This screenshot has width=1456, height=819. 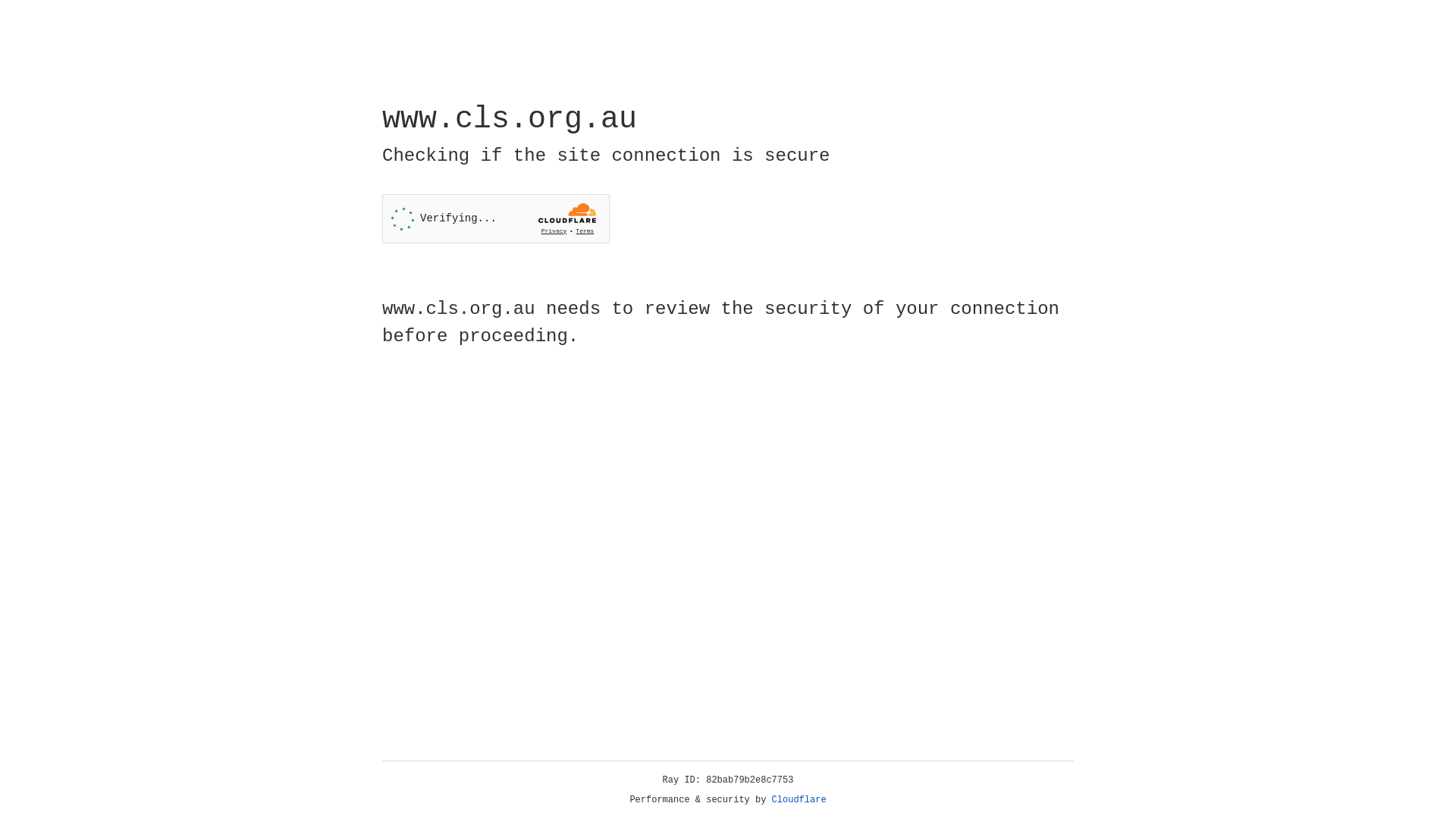 I want to click on 'Widget containing a Cloudflare security challenge', so click(x=495, y=218).